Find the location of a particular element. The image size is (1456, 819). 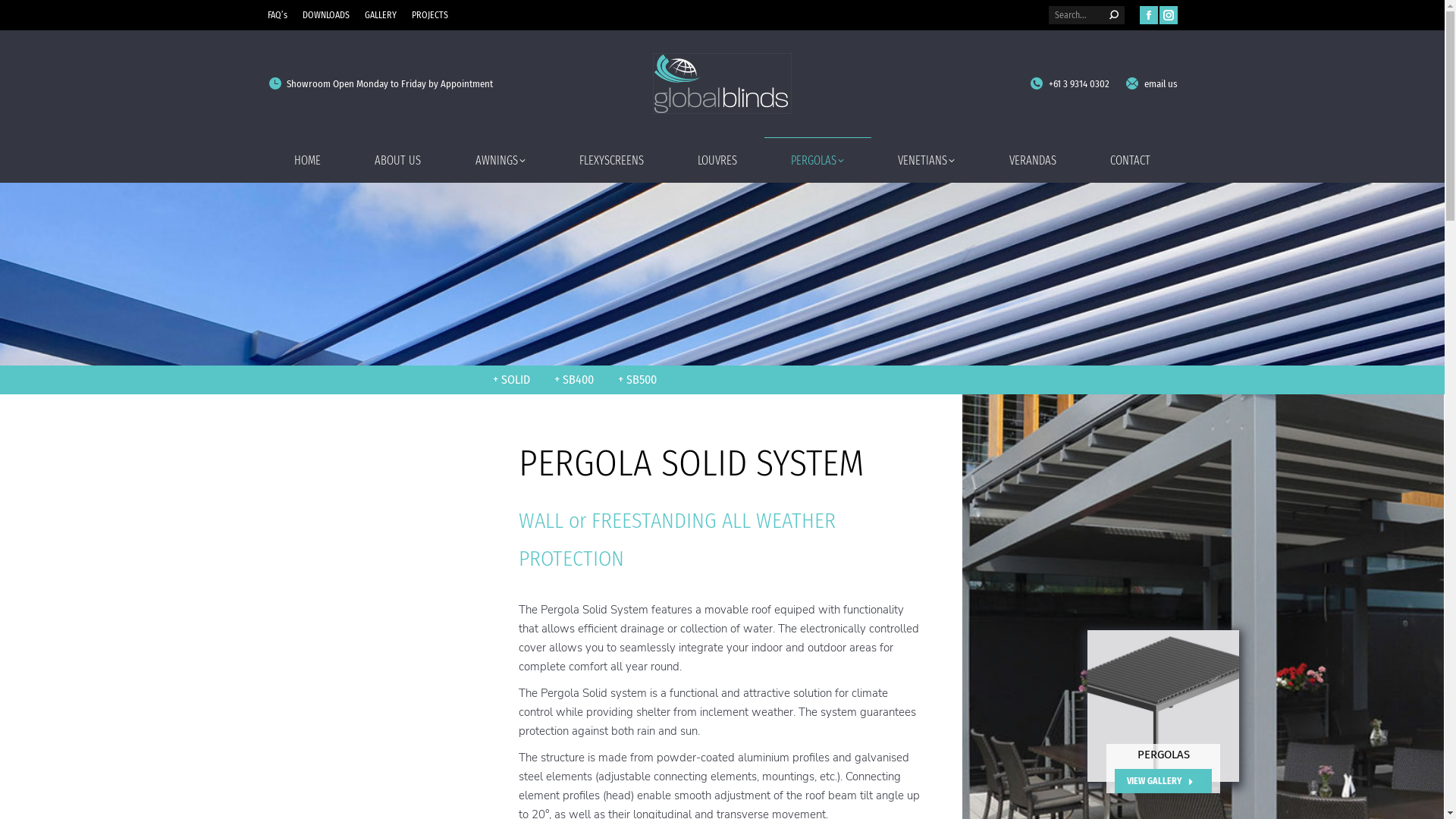

'Facebook page opens in new window' is located at coordinates (1147, 14).